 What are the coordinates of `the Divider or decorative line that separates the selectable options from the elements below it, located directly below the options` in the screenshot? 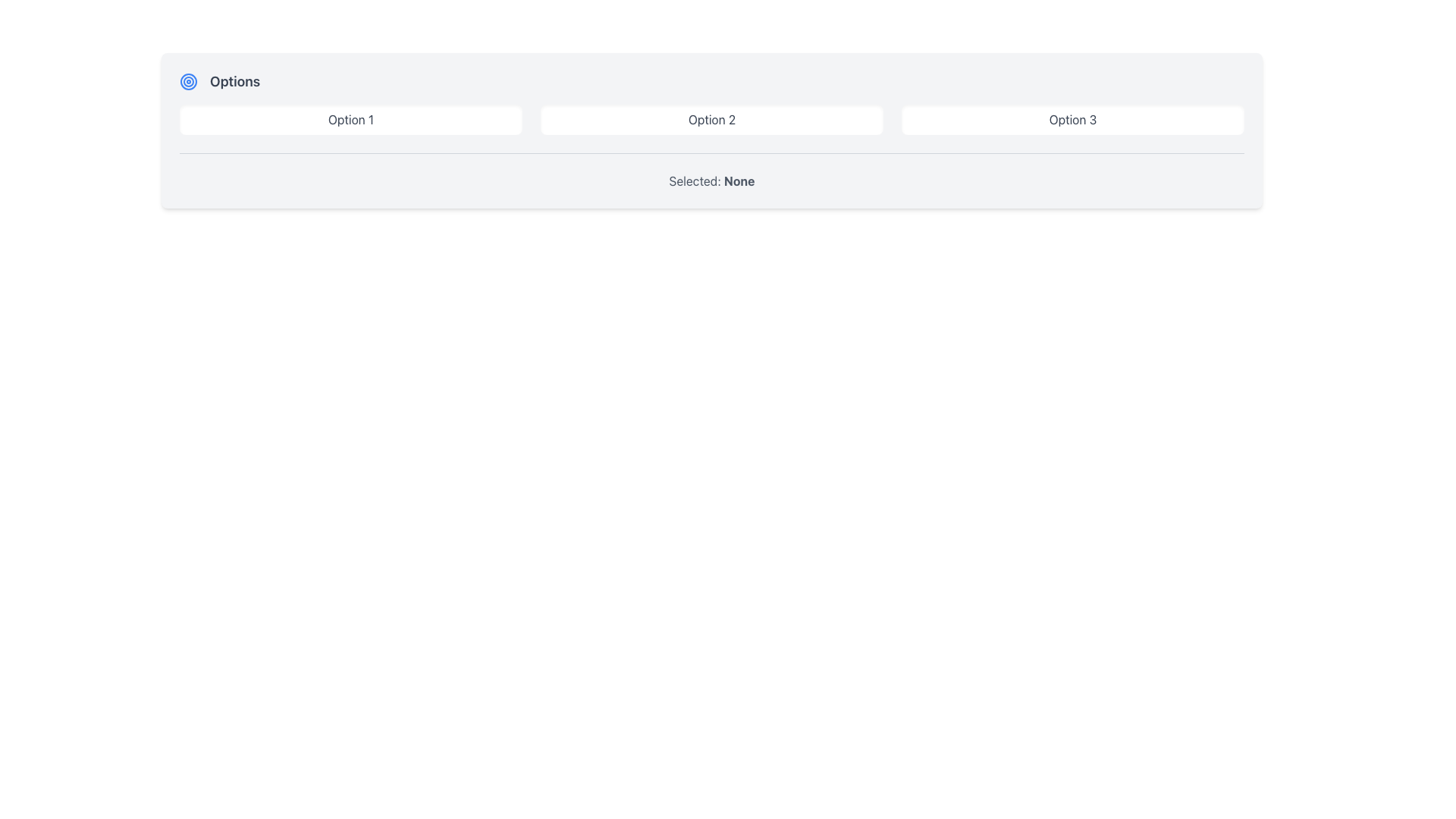 It's located at (711, 153).